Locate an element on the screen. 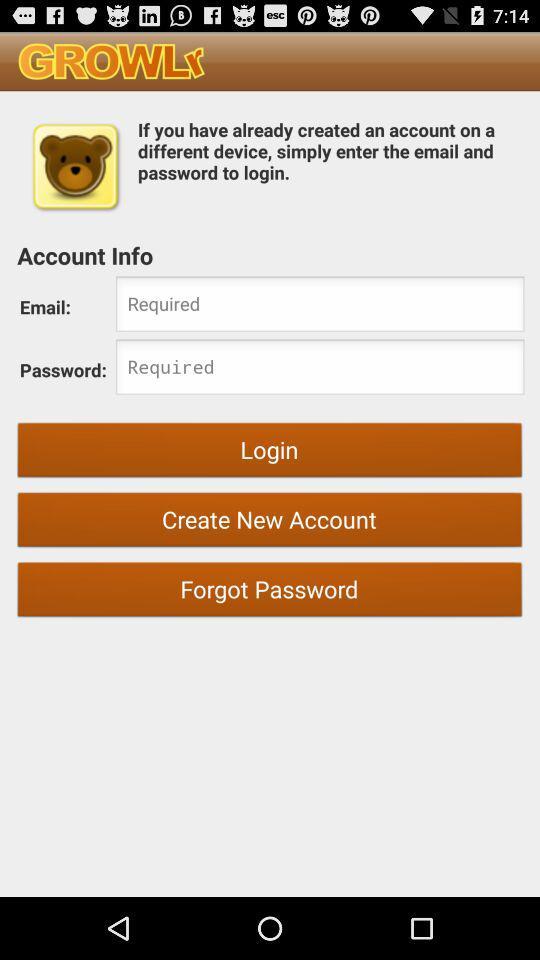 This screenshot has height=960, width=540. the field shown right to password is located at coordinates (320, 368).